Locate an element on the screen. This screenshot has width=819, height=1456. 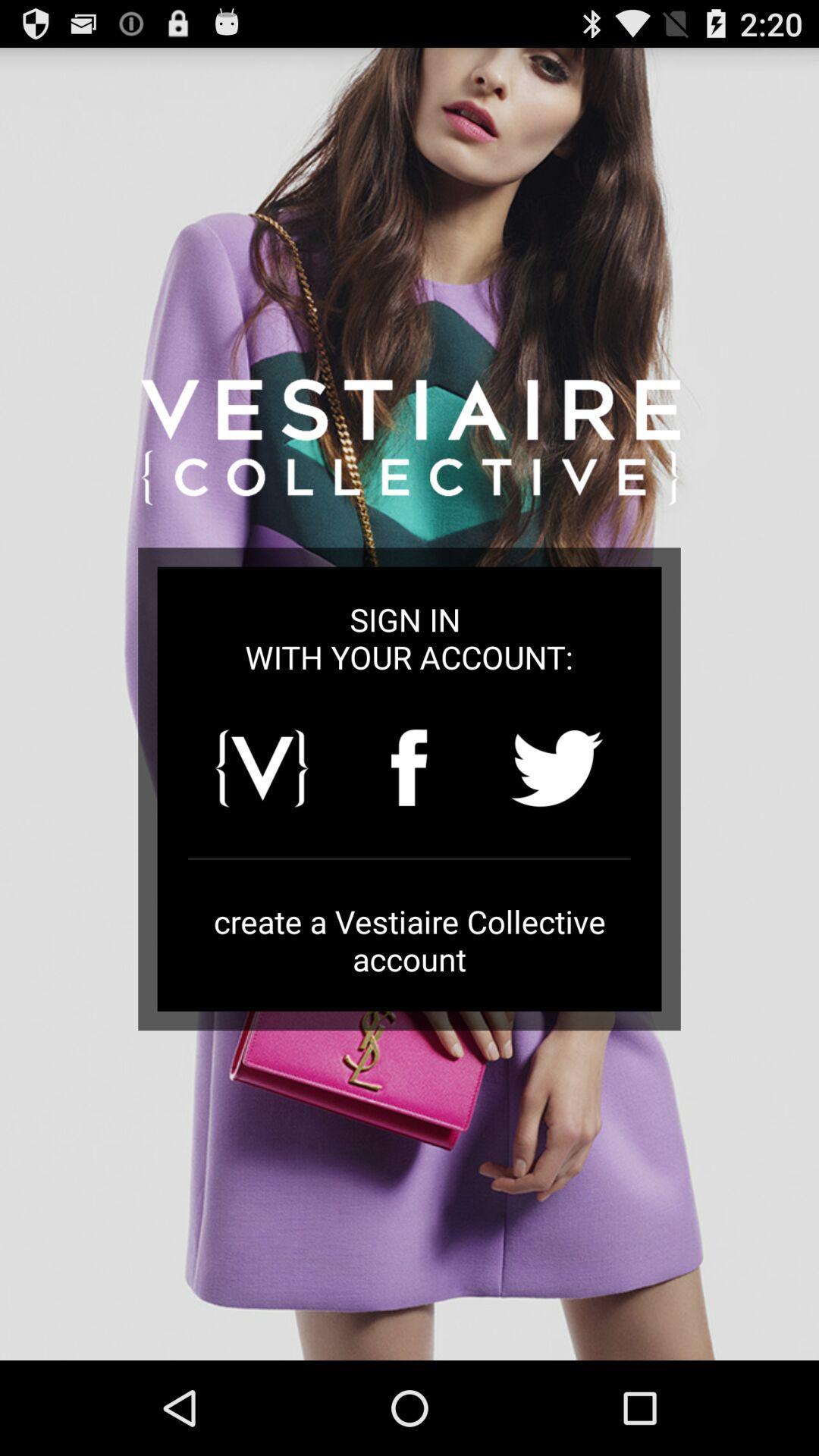
the create a vestiaire is located at coordinates (409, 939).